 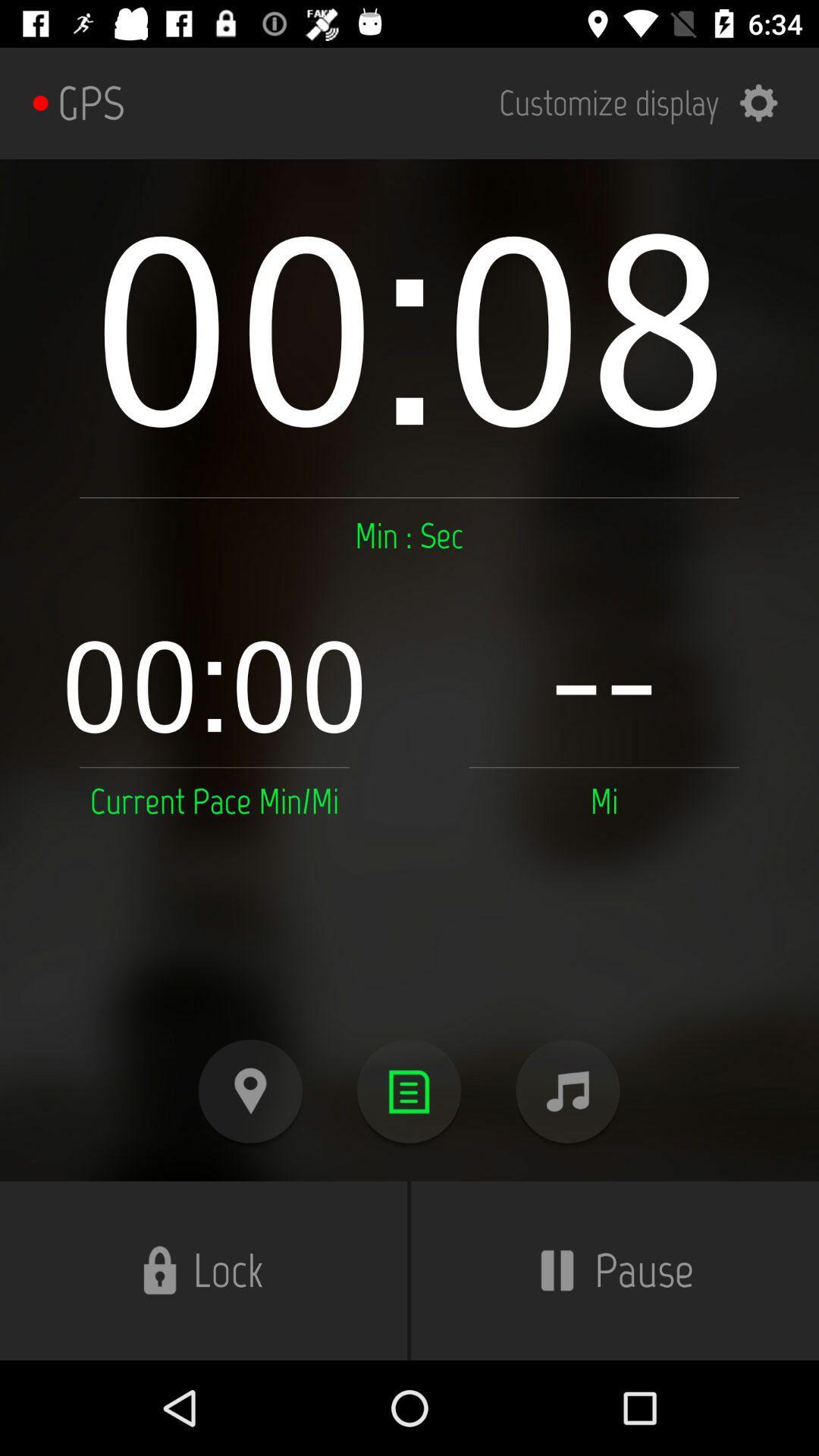 I want to click on music, so click(x=567, y=1090).